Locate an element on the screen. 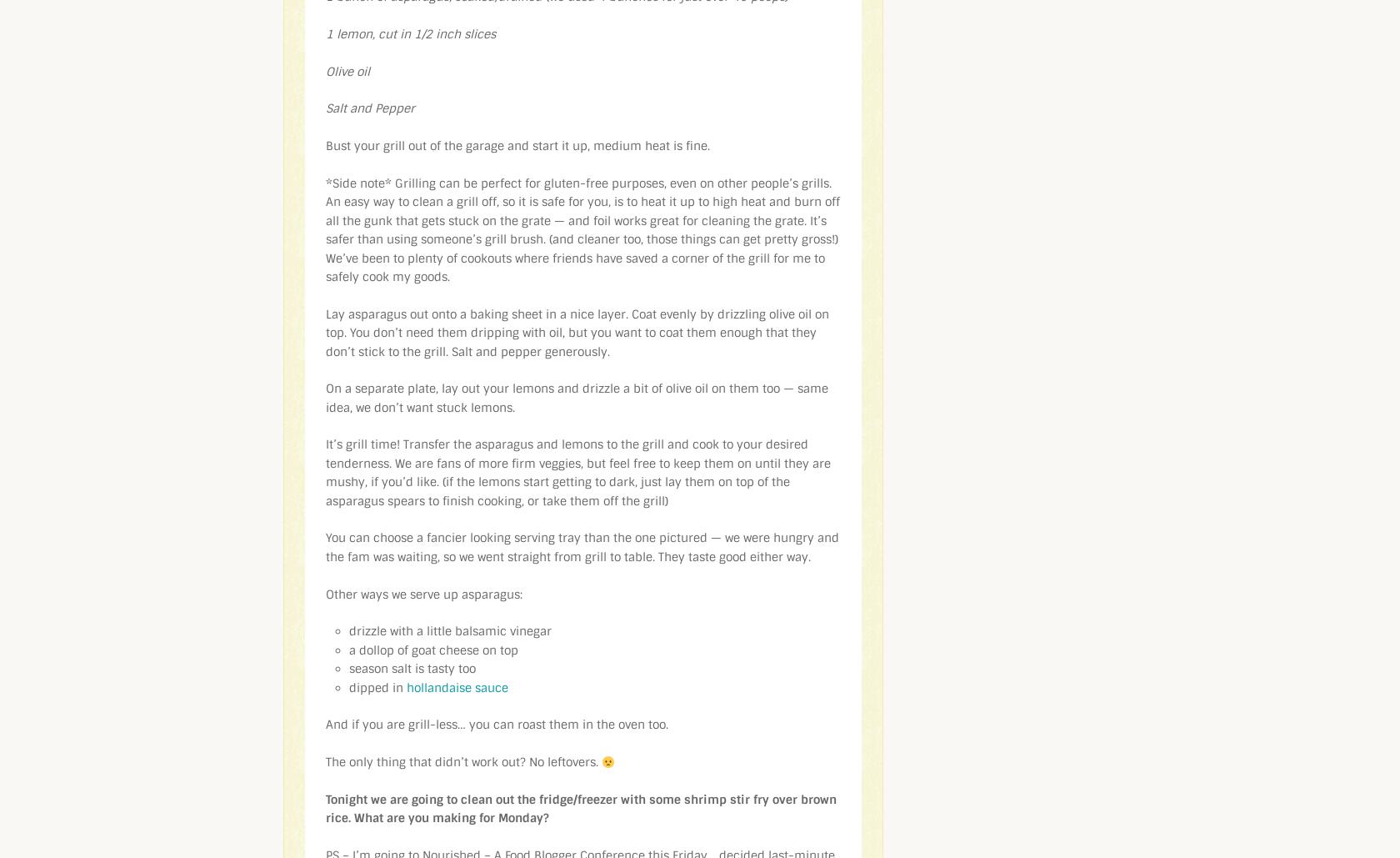  'Tonight we are going to clean out the fridge/freezer with some shrimp stir fry over brown rice. What are you making for Monday?' is located at coordinates (581, 807).